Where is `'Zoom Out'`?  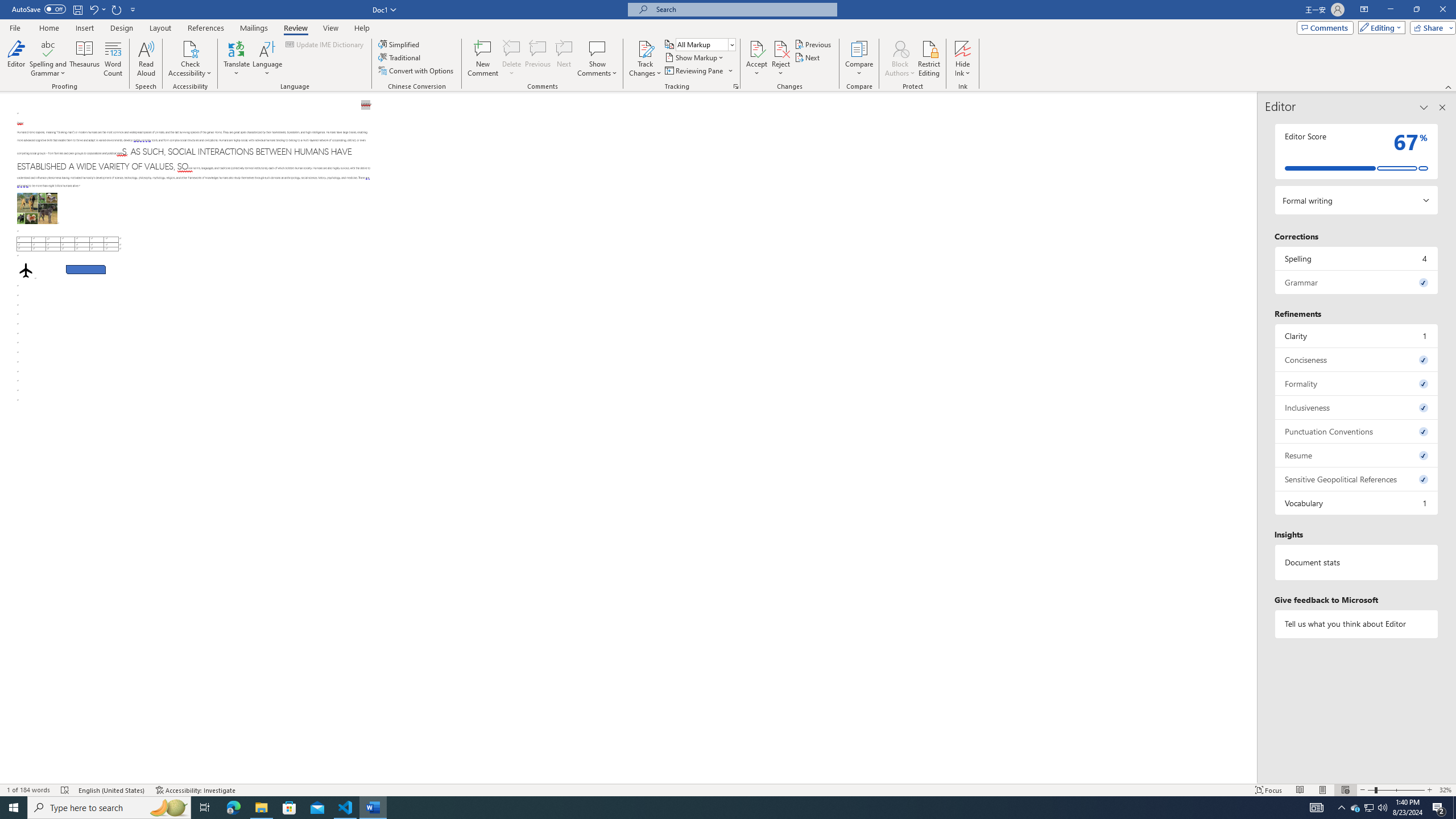 'Zoom Out' is located at coordinates (1370, 790).